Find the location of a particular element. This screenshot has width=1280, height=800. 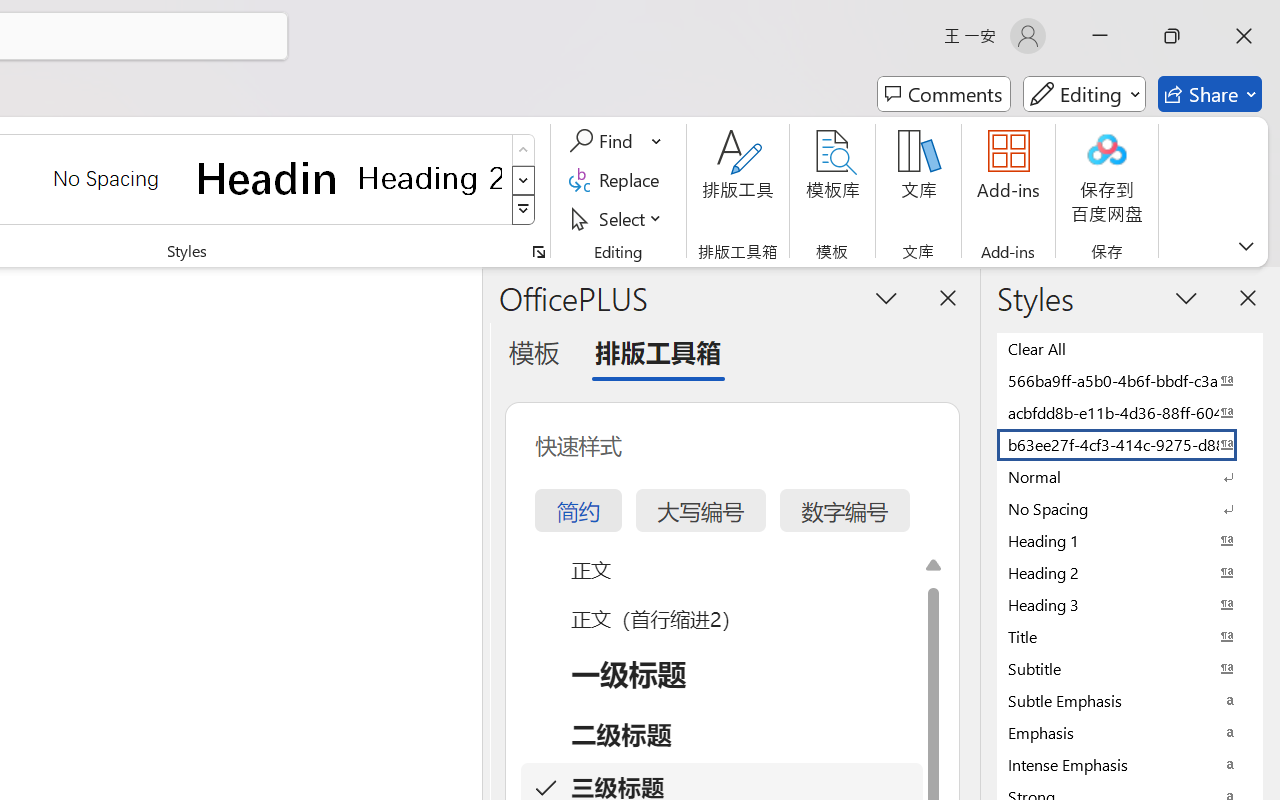

'Mode' is located at coordinates (1083, 94).